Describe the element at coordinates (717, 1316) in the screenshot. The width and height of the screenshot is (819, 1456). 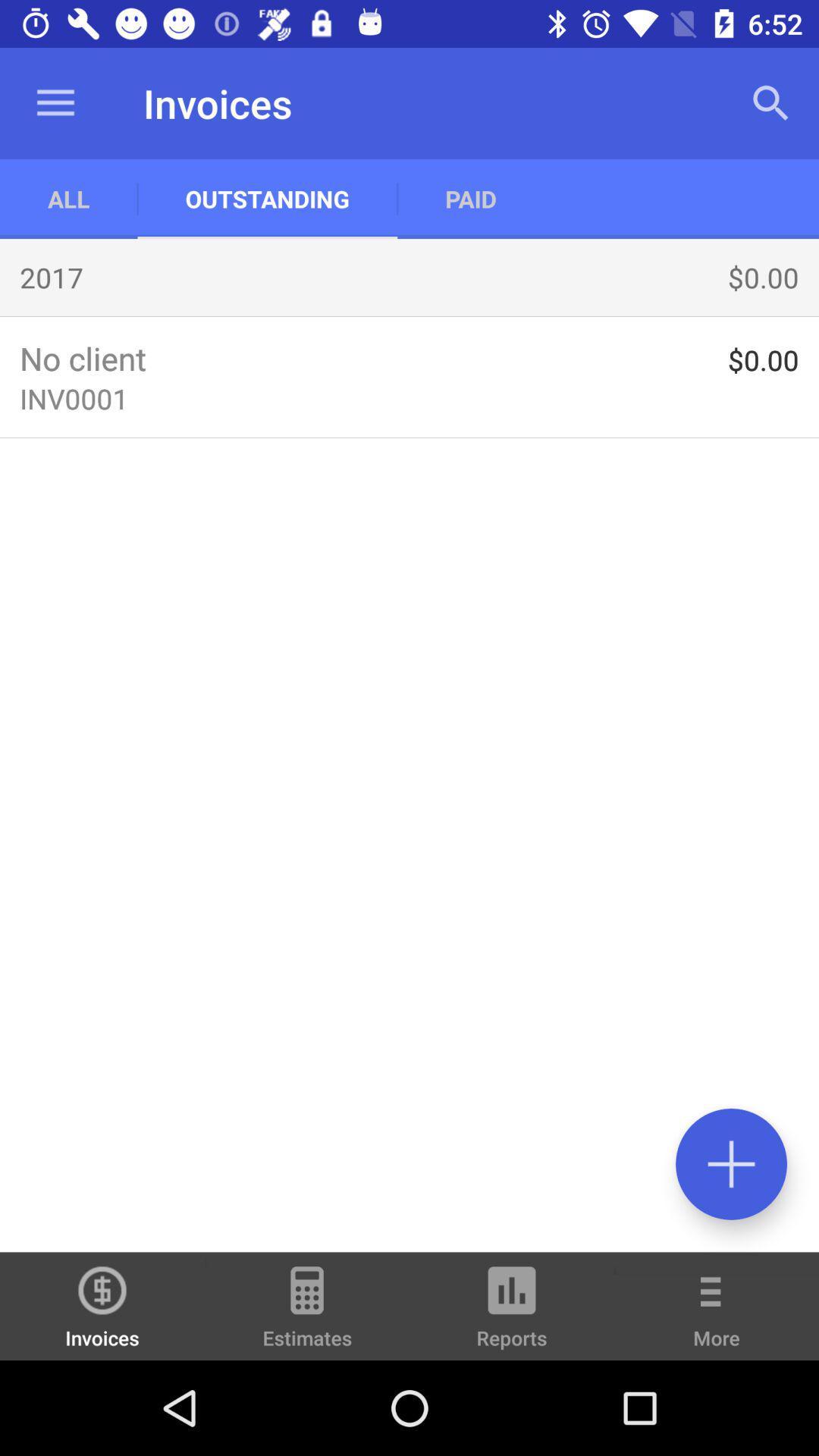
I see `the item next to reports` at that location.